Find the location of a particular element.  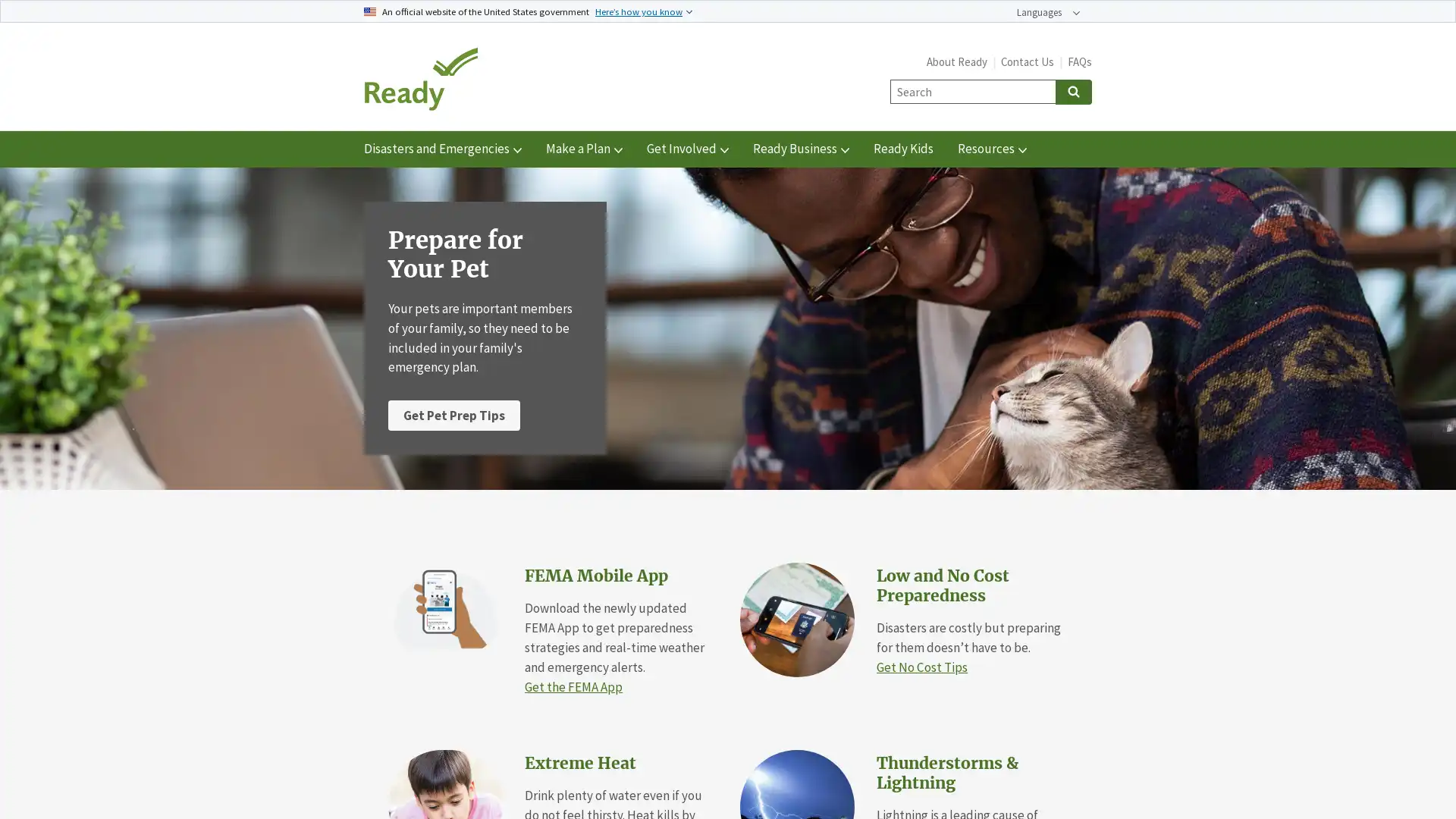

Make a Plan is located at coordinates (583, 149).